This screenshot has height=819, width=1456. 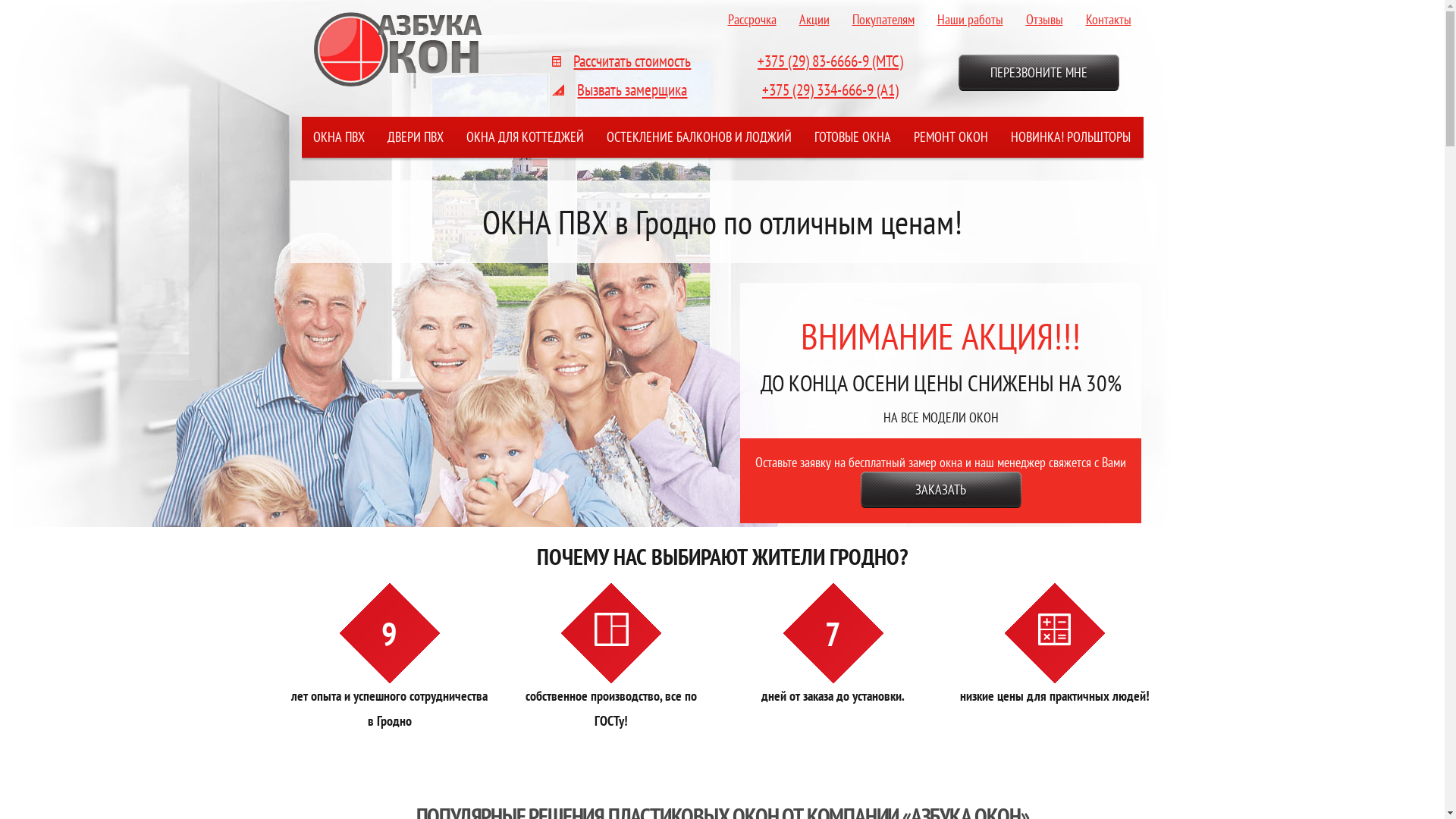 I want to click on '+375 (29) 334-666-9 (A1)', so click(x=761, y=89).